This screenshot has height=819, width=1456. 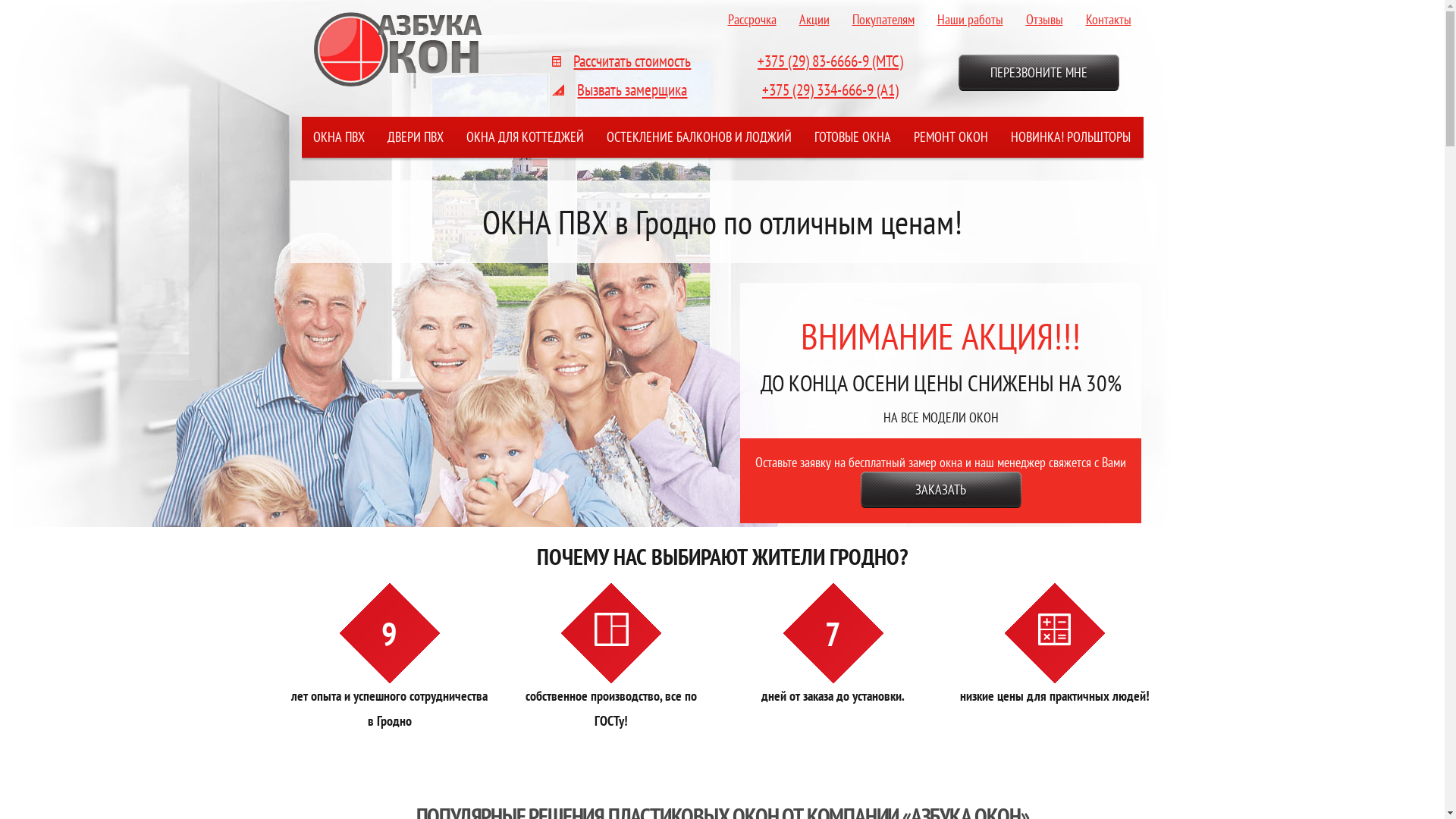 I want to click on '+375 (29) 334-666-9 (A1)', so click(x=761, y=89).